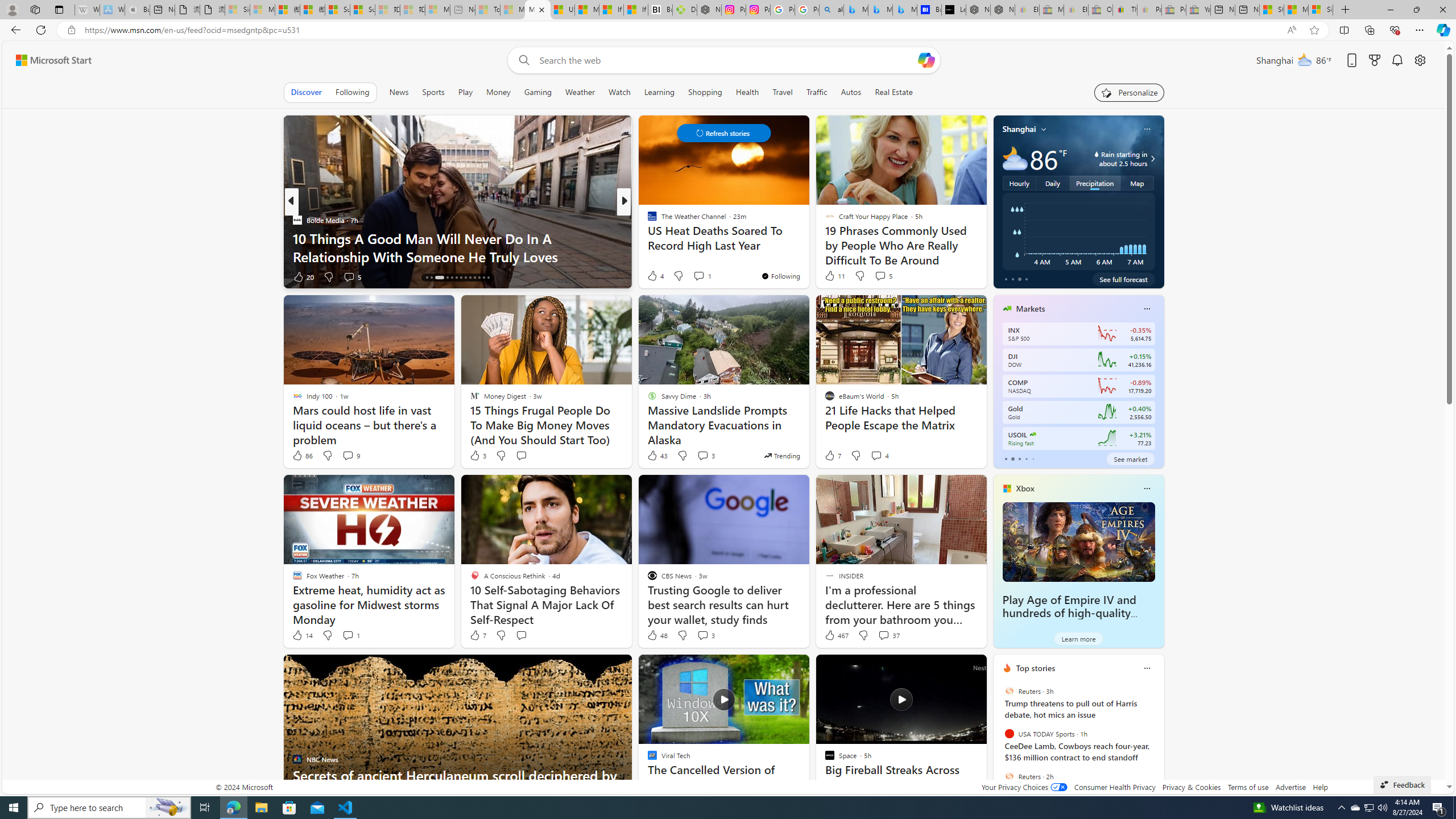  I want to click on 'Mostly cloudy', so click(1015, 158).